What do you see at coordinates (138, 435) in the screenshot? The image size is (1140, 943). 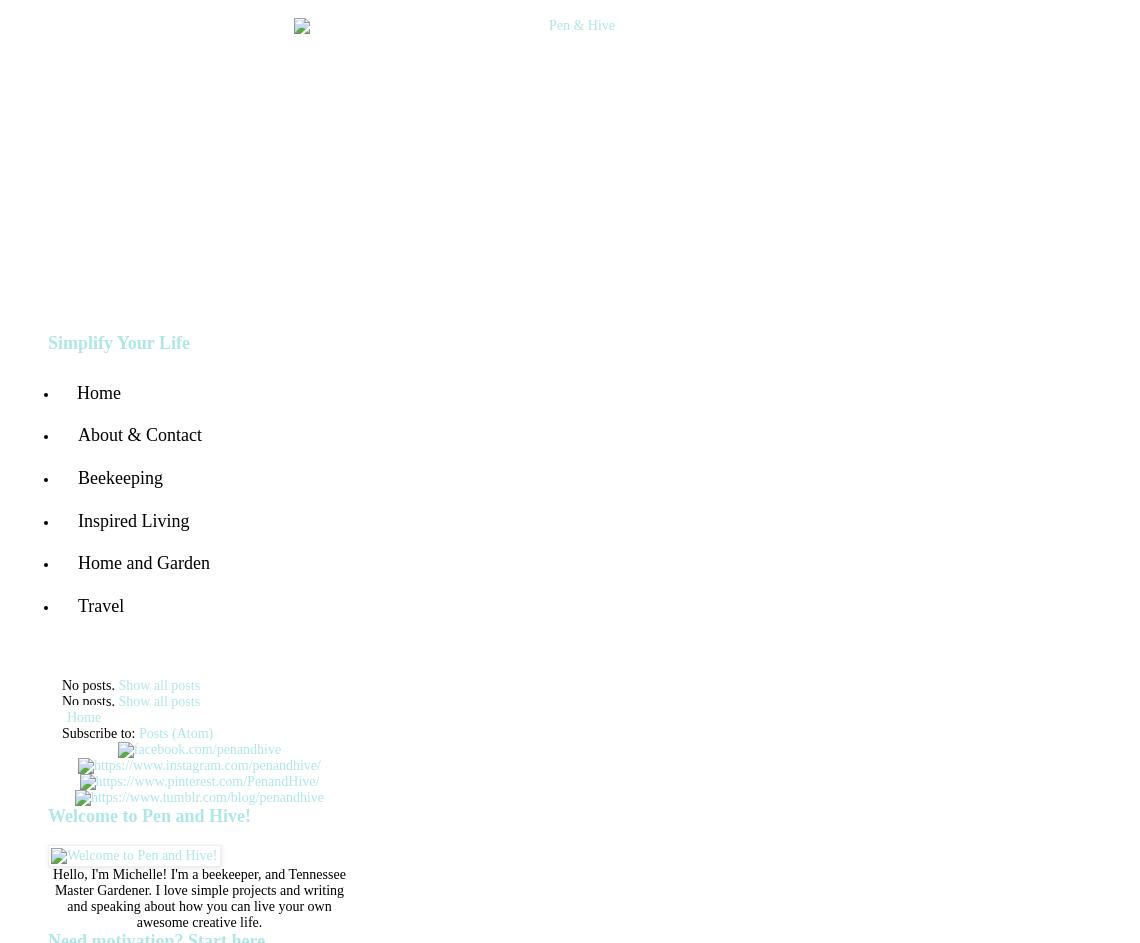 I see `'About & Contact'` at bounding box center [138, 435].